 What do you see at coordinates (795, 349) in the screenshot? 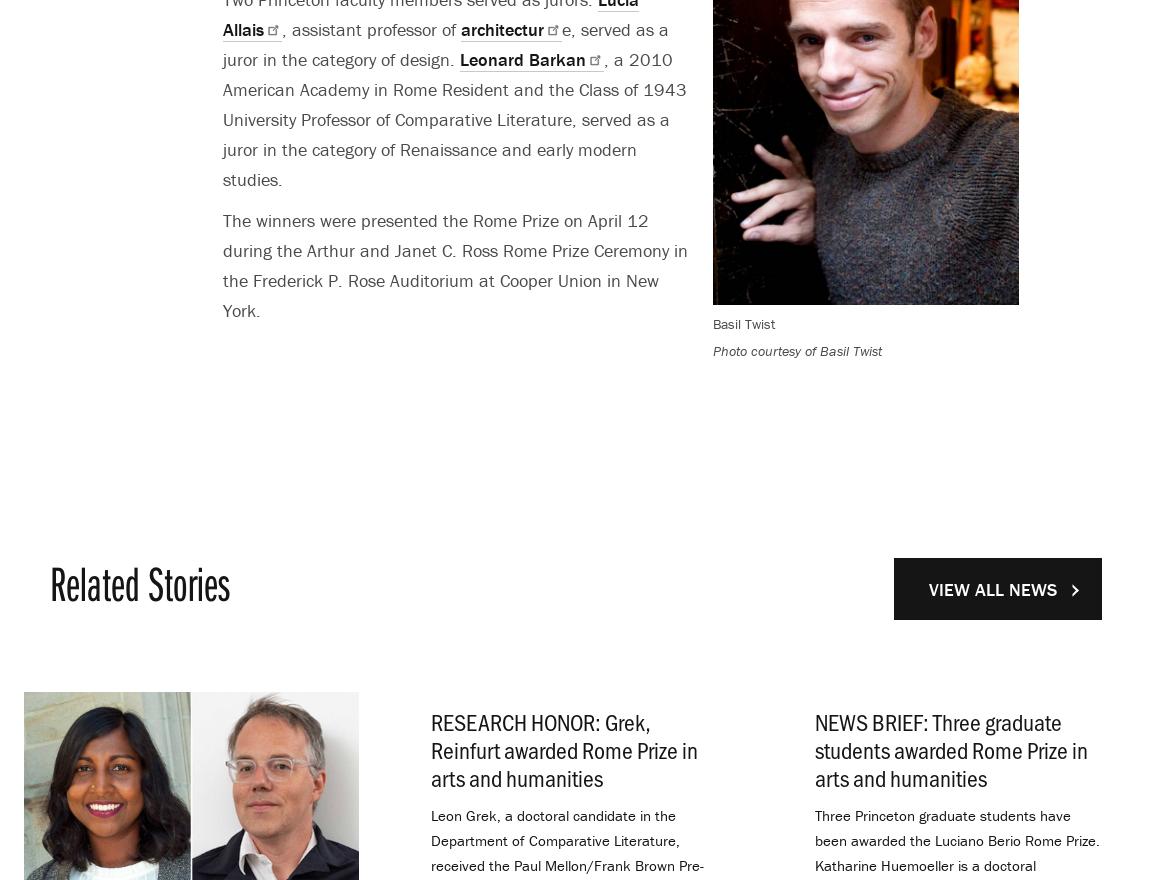
I see `'Photo courtesy of Basil Twist'` at bounding box center [795, 349].